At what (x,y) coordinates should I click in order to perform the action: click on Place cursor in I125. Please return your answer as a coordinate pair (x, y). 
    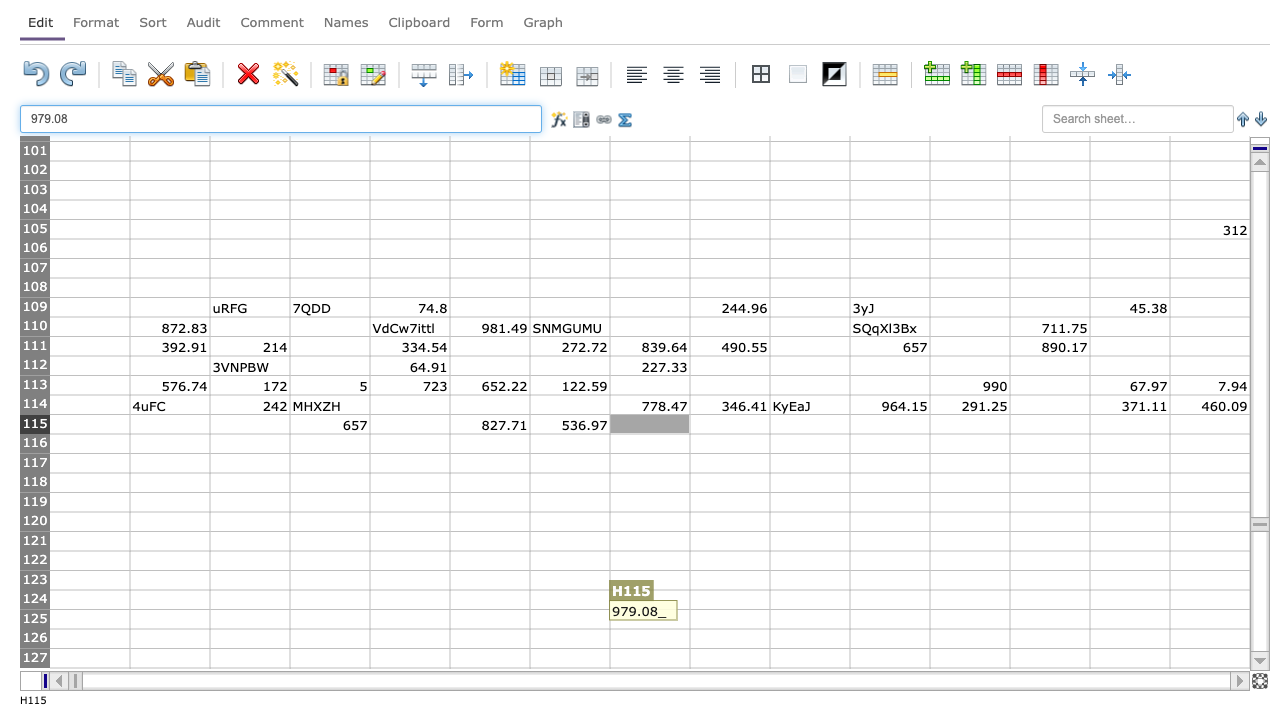
    Looking at the image, I should click on (728, 618).